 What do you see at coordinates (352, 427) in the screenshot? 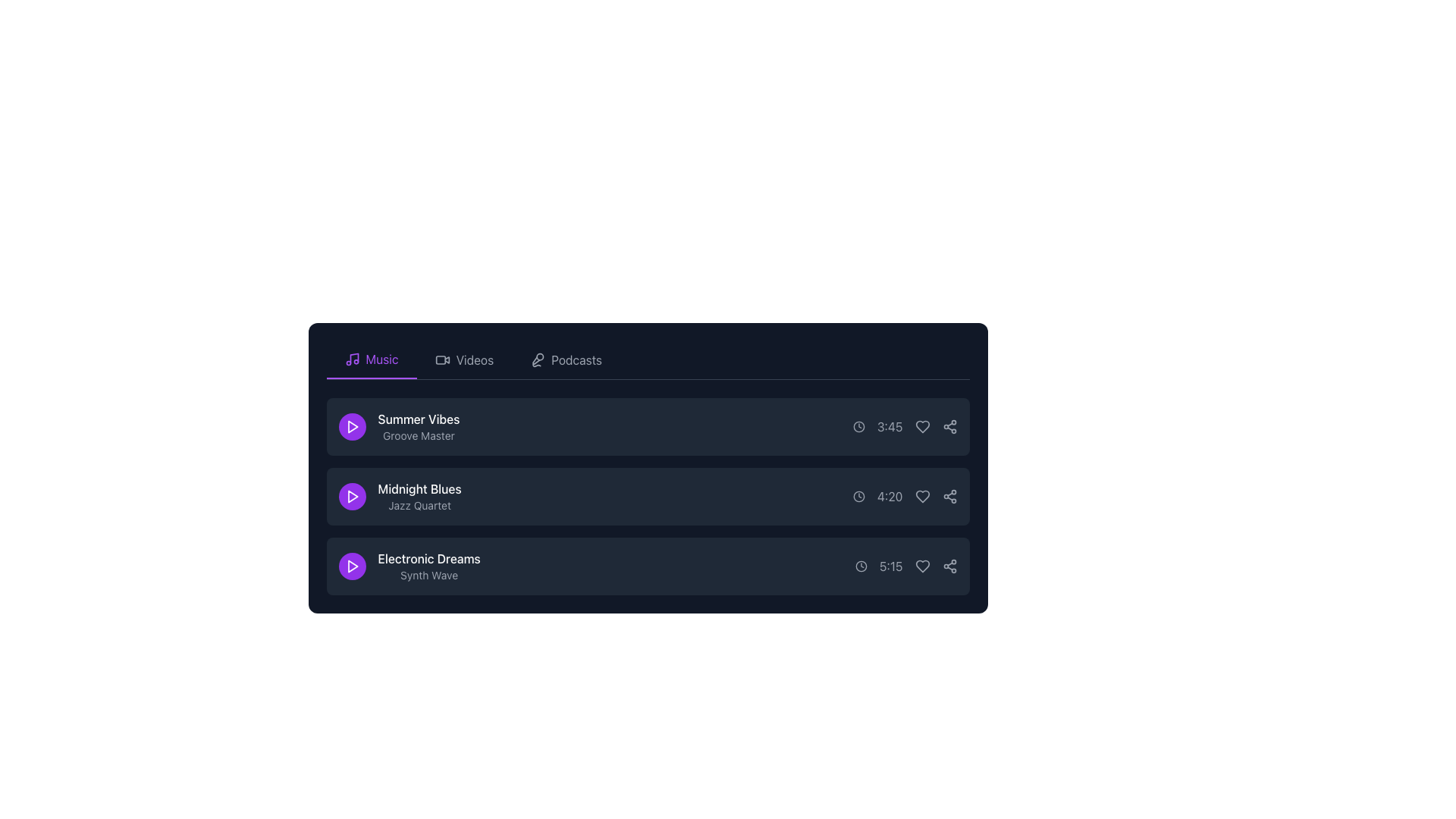
I see `the play button SVG icon located to the left of the text 'Summer Vibes'` at bounding box center [352, 427].